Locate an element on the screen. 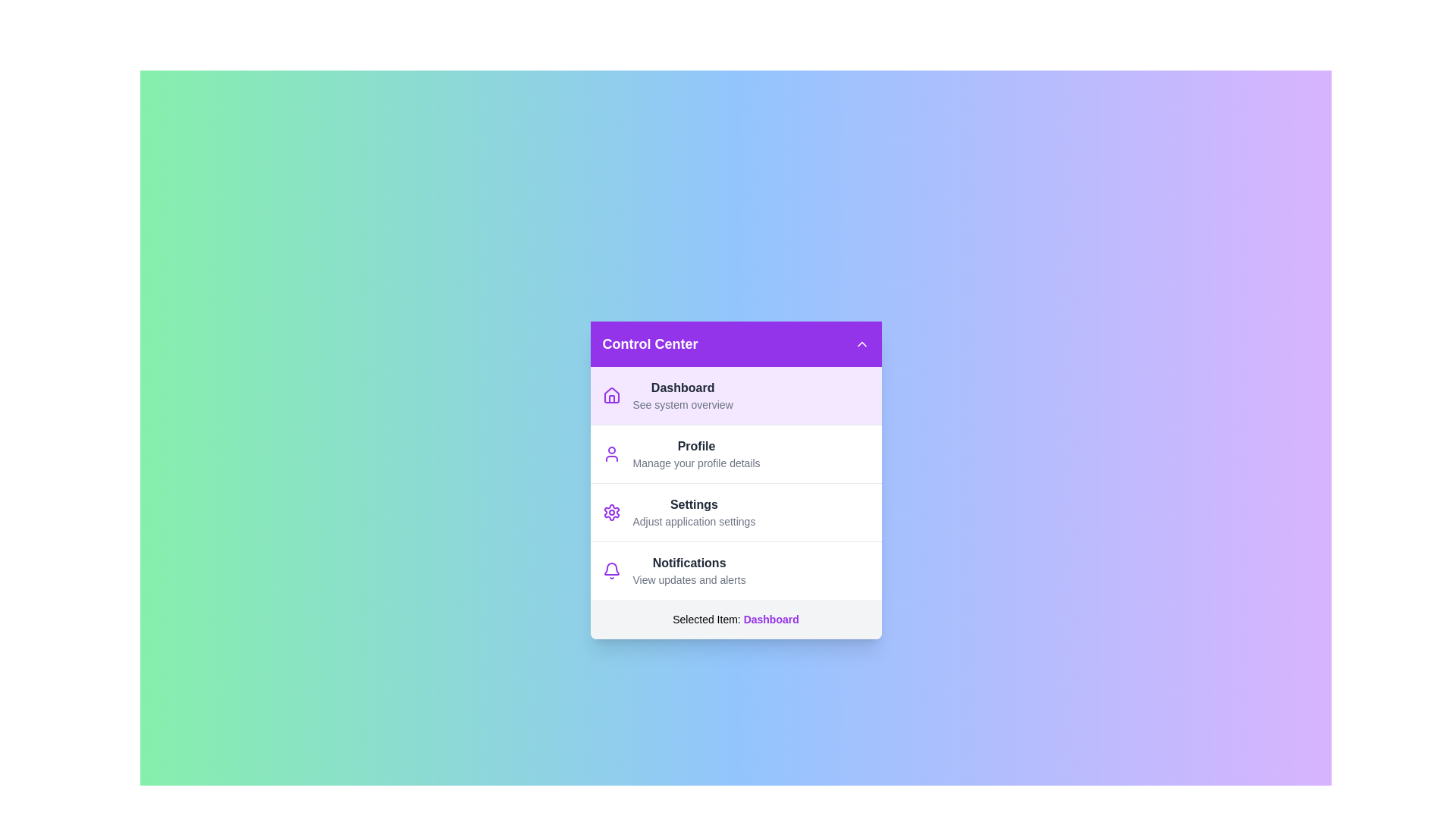 This screenshot has width=1456, height=819. the menu item Settings from the list is located at coordinates (736, 512).